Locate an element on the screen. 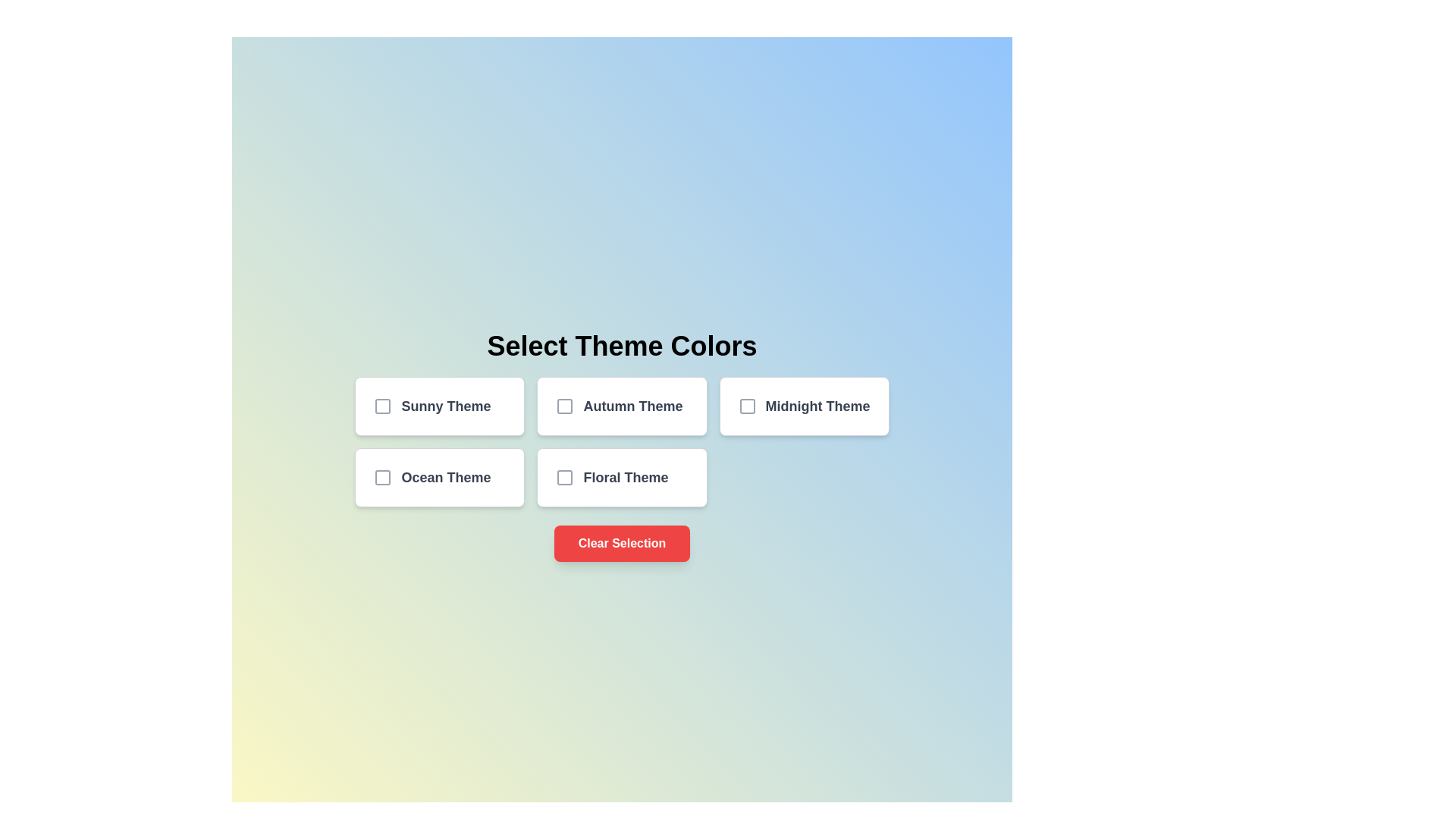 The height and width of the screenshot is (819, 1456). the card corresponding to the Sunny theme is located at coordinates (439, 406).